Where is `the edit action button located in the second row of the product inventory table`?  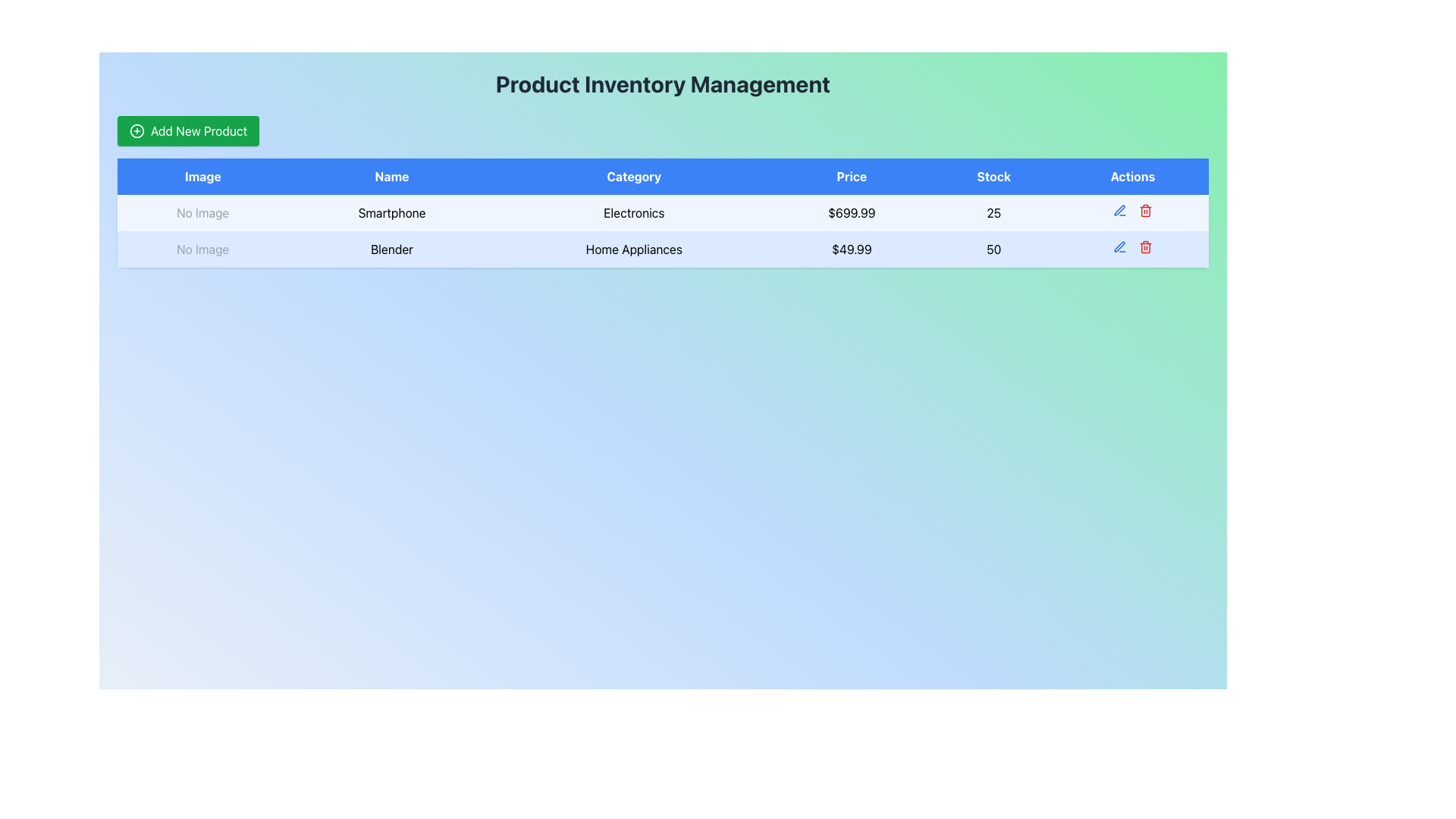 the edit action button located in the second row of the product inventory table is located at coordinates (1119, 210).